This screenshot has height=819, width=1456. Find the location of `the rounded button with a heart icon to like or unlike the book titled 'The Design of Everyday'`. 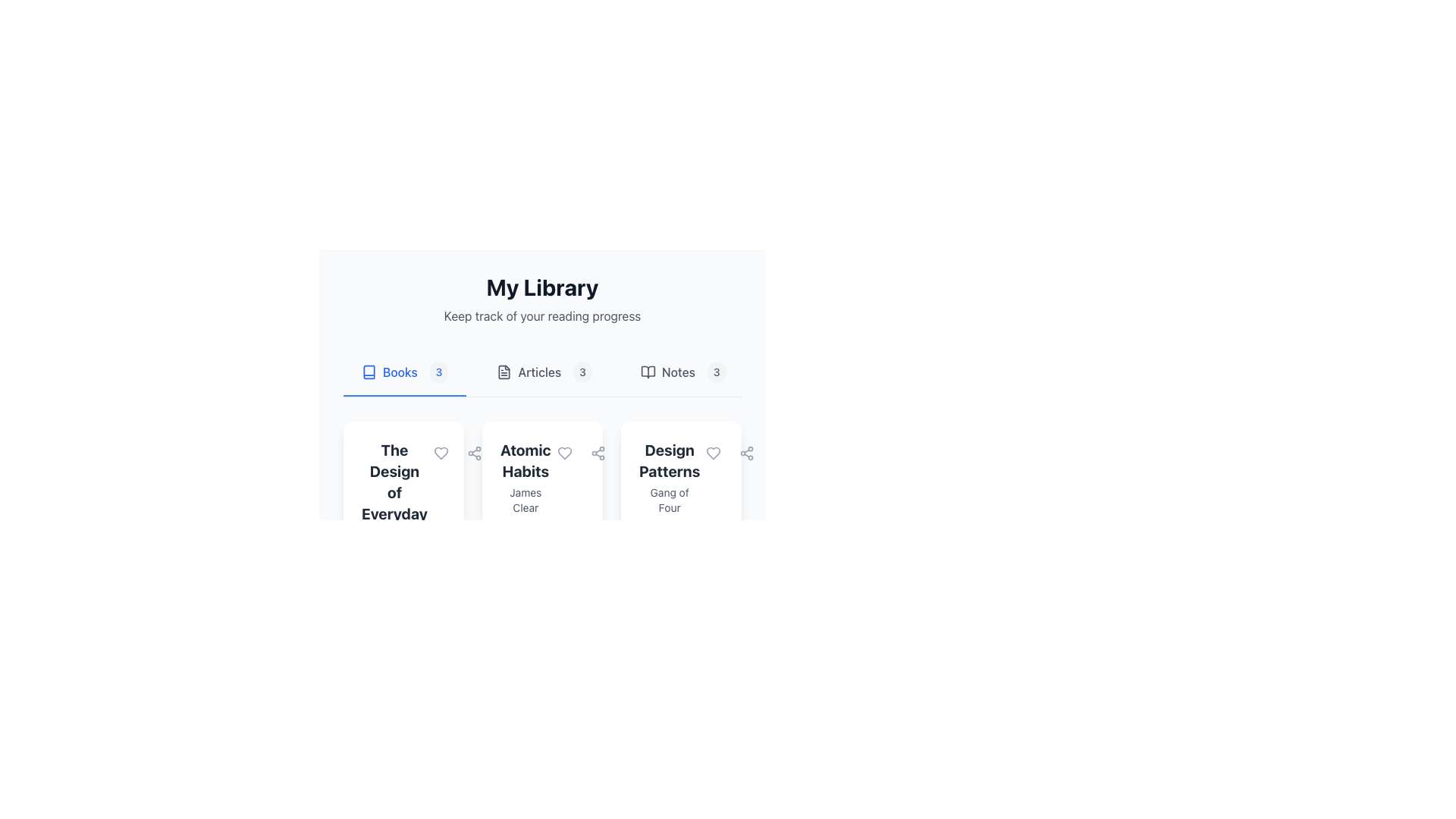

the rounded button with a heart icon to like or unlike the book titled 'The Design of Everyday' is located at coordinates (440, 452).